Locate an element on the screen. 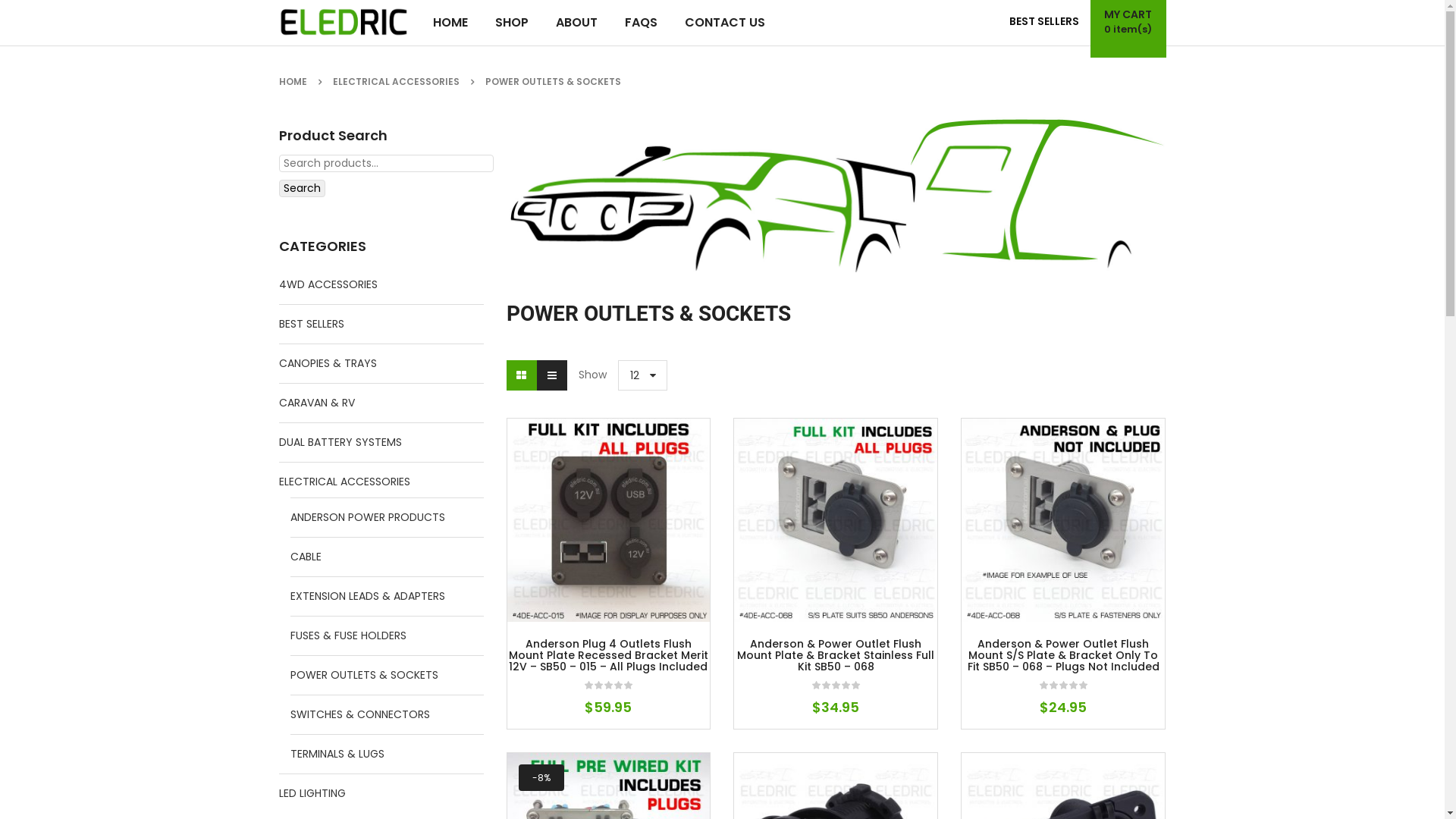 The image size is (1456, 819). 'EXTENSION LEADS & ADAPTERS' is located at coordinates (290, 595).